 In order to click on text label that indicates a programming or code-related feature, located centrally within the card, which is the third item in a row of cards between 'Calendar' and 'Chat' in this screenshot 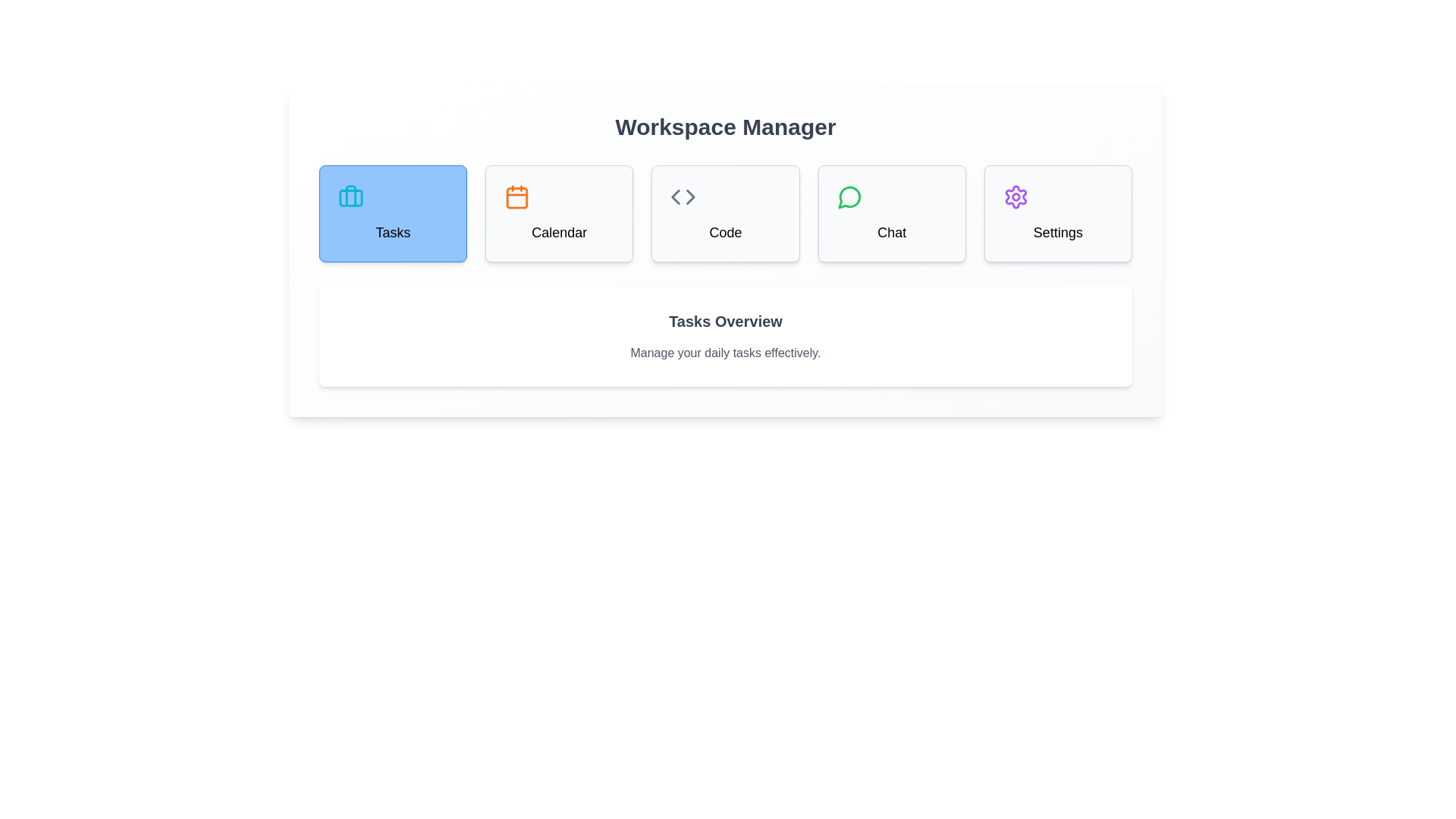, I will do `click(724, 233)`.